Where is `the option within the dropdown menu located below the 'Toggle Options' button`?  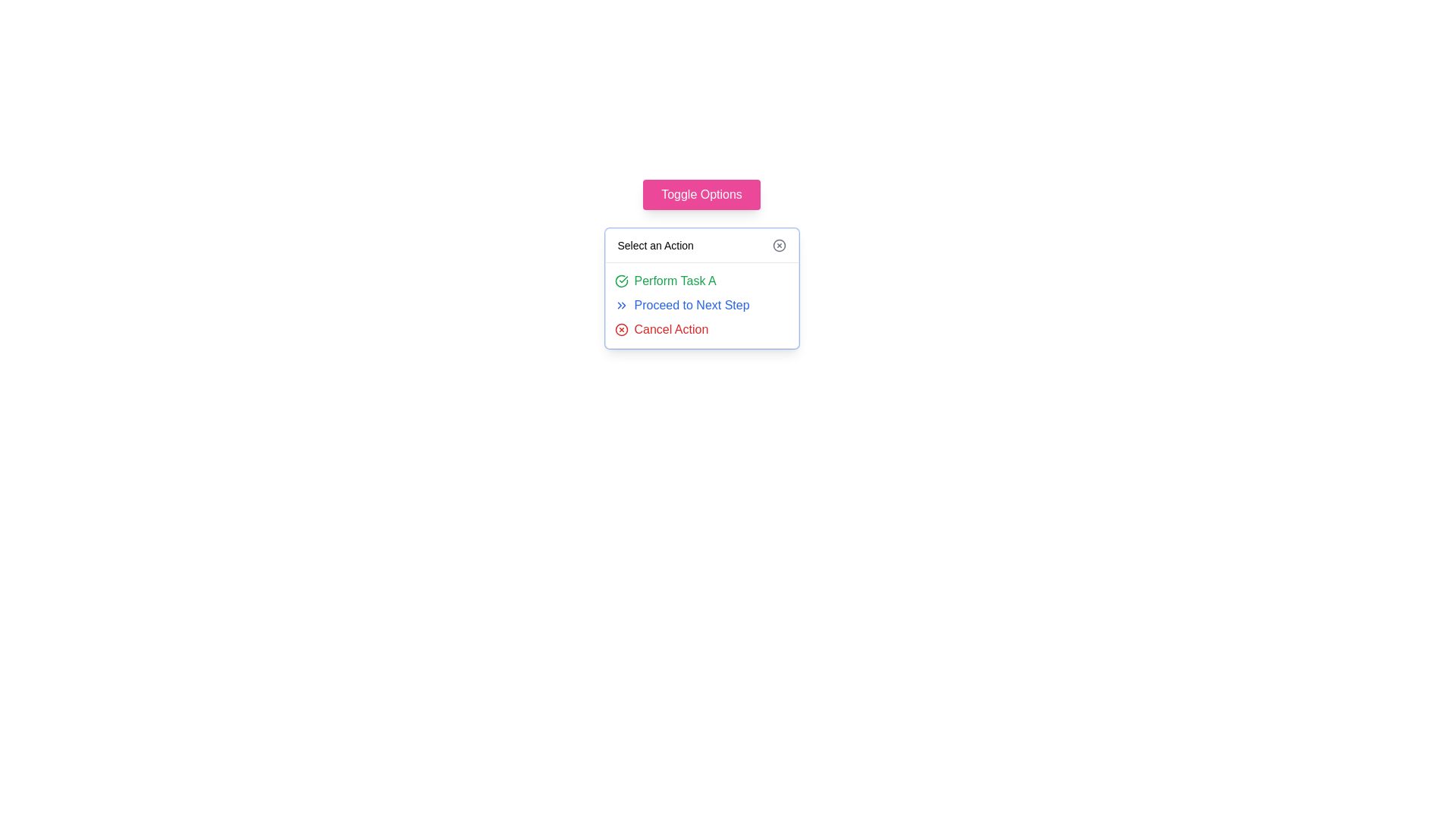
the option within the dropdown menu located below the 'Toggle Options' button is located at coordinates (701, 288).